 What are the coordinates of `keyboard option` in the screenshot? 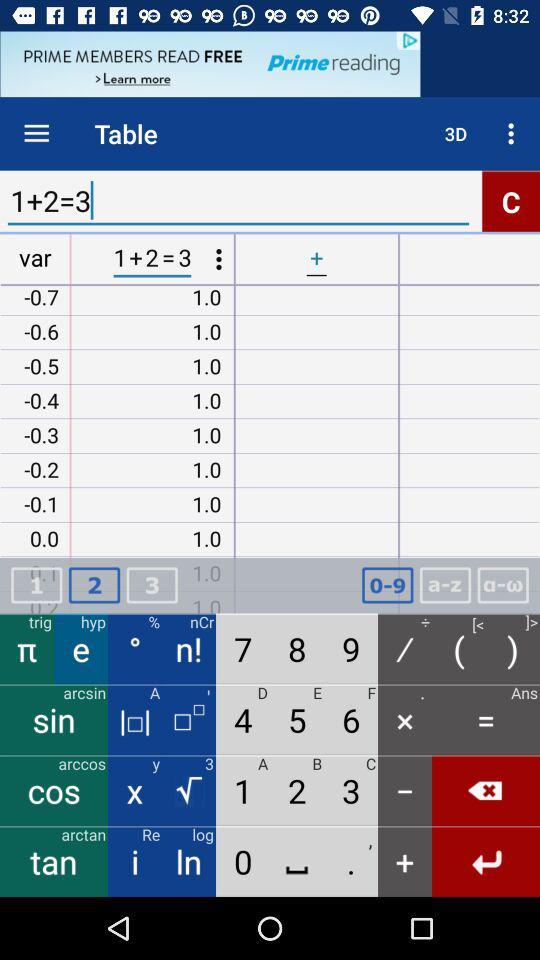 It's located at (387, 585).